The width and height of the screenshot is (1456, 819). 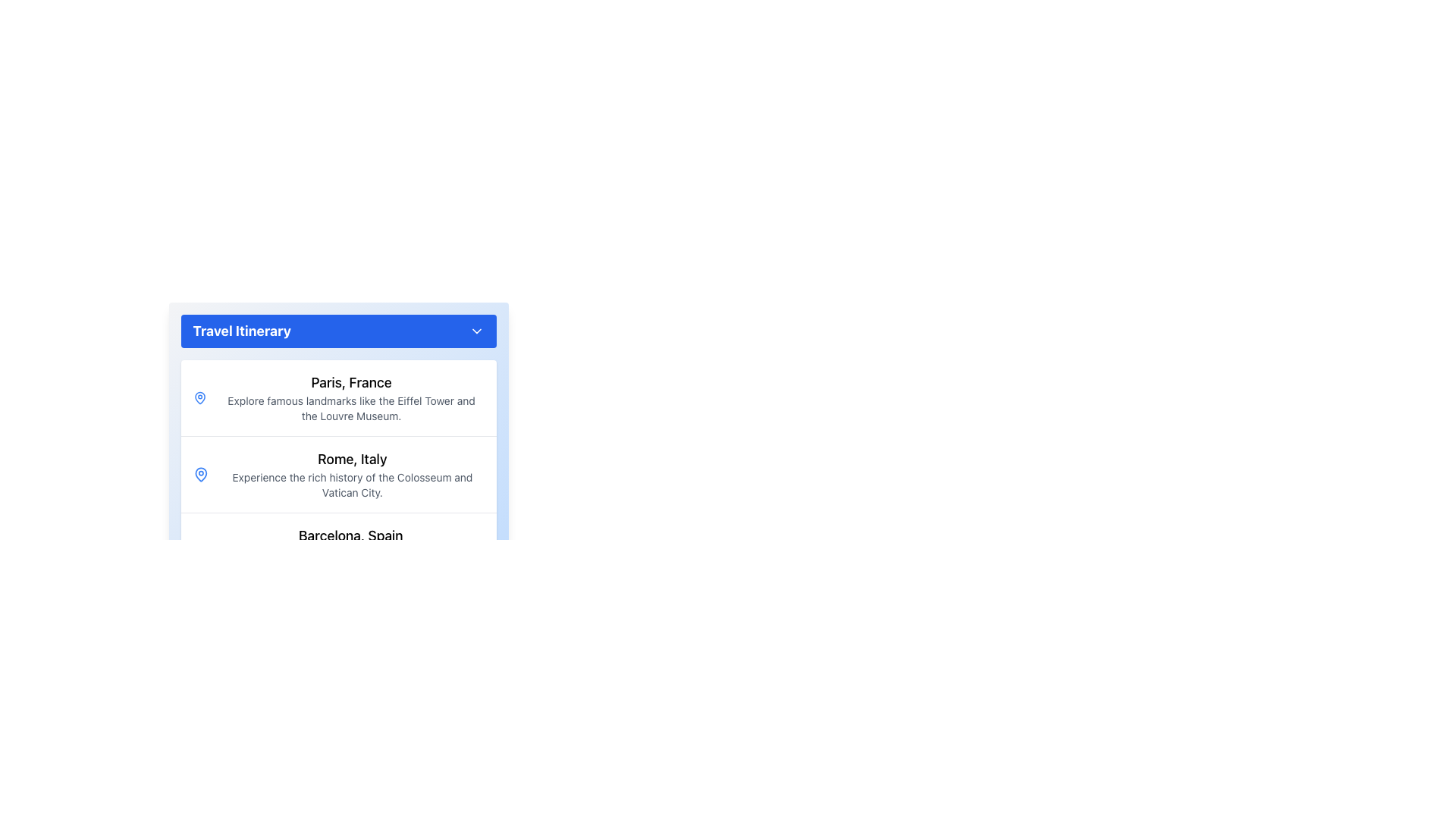 What do you see at coordinates (198, 551) in the screenshot?
I see `the visual design of the map pin icon located to the left of the text 'Barcelona, Spain' in the description block` at bounding box center [198, 551].